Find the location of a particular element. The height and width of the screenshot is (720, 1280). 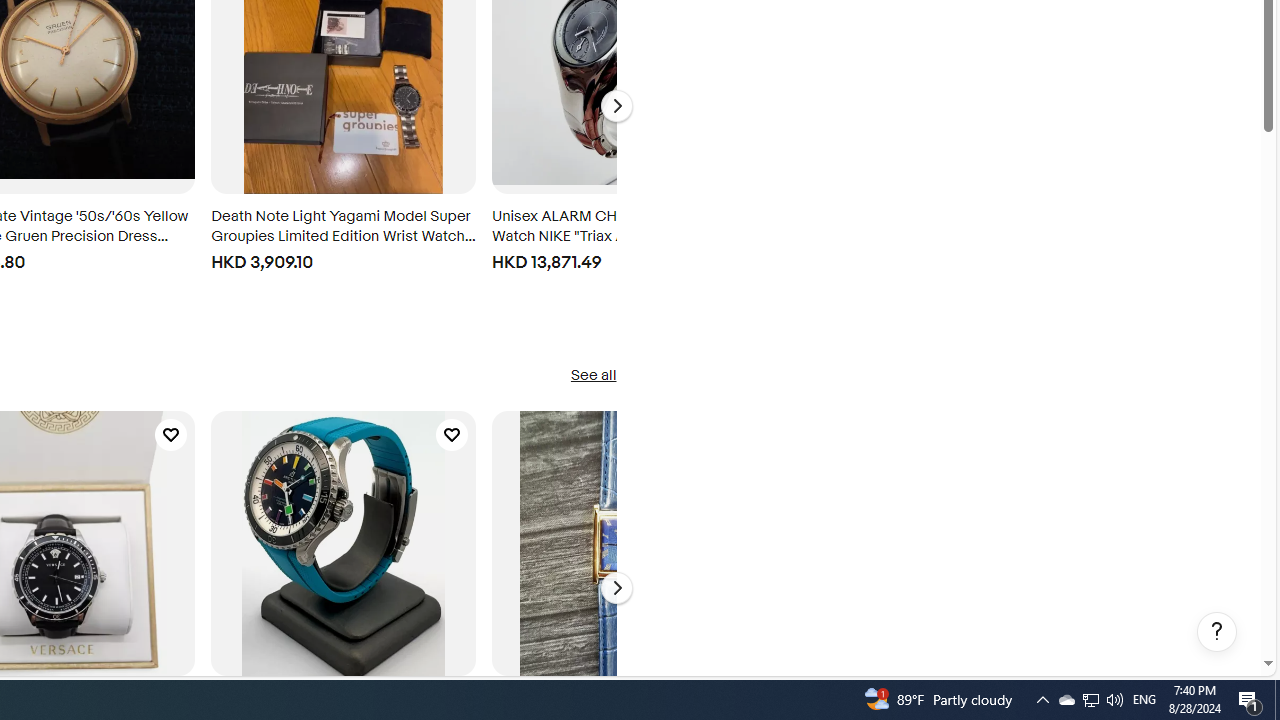

'Go to the next slide, Your Recently Viewed Items - Carousel' is located at coordinates (615, 106).